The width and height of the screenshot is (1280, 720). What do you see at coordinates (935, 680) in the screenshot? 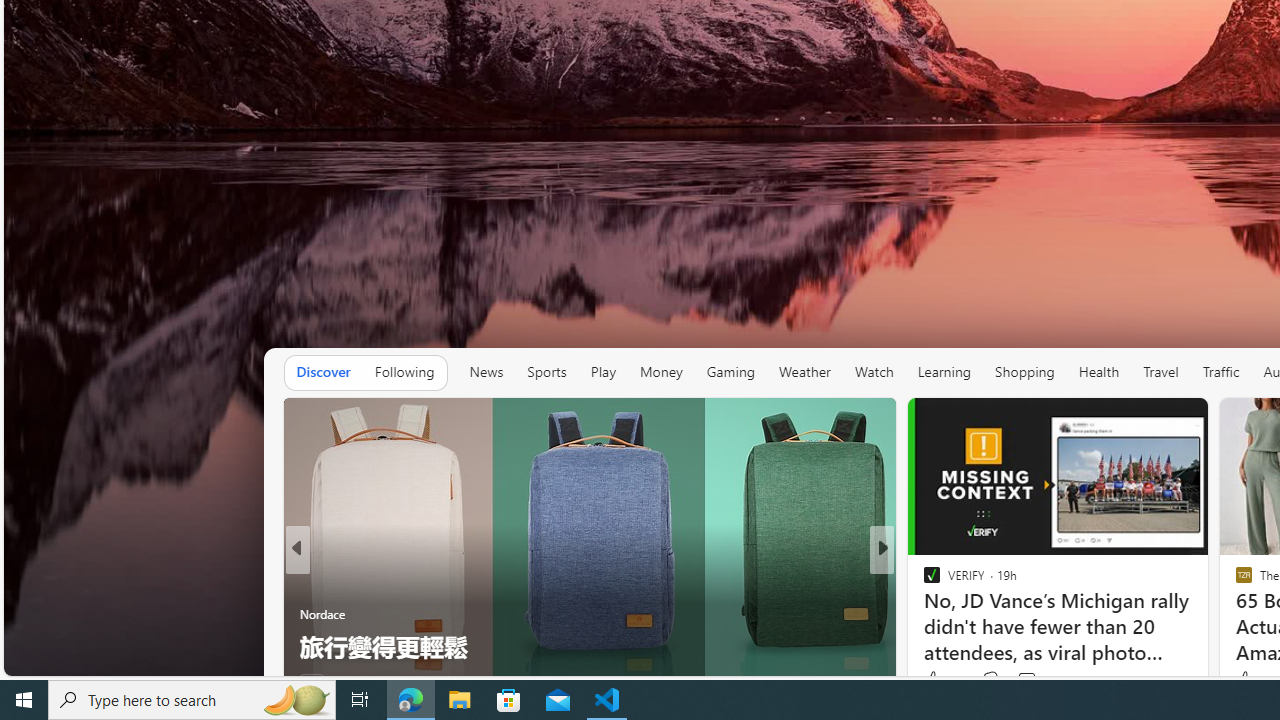
I see `'141 Like'` at bounding box center [935, 680].